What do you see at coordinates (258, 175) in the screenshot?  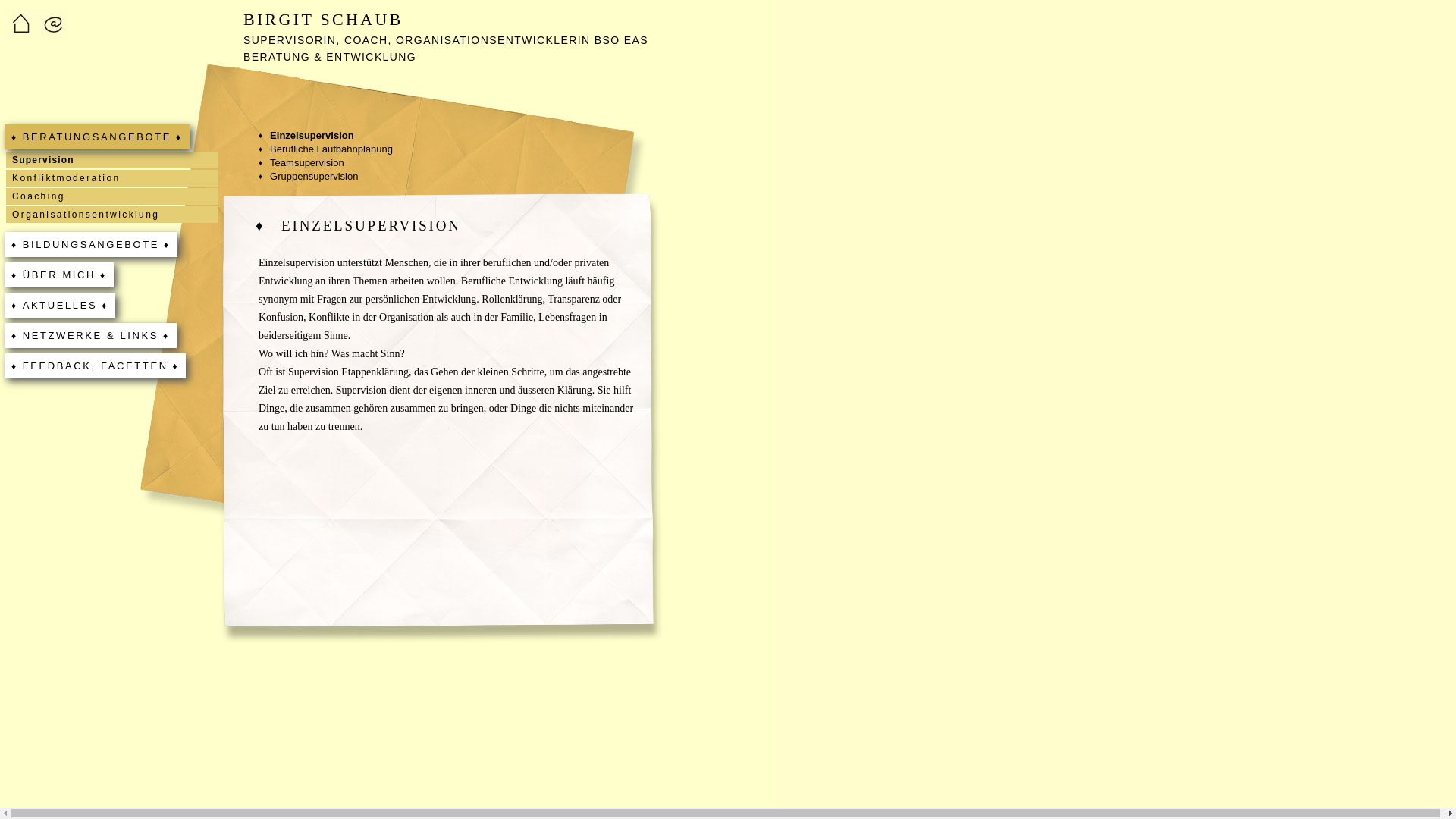 I see `'Gruppensupervision'` at bounding box center [258, 175].